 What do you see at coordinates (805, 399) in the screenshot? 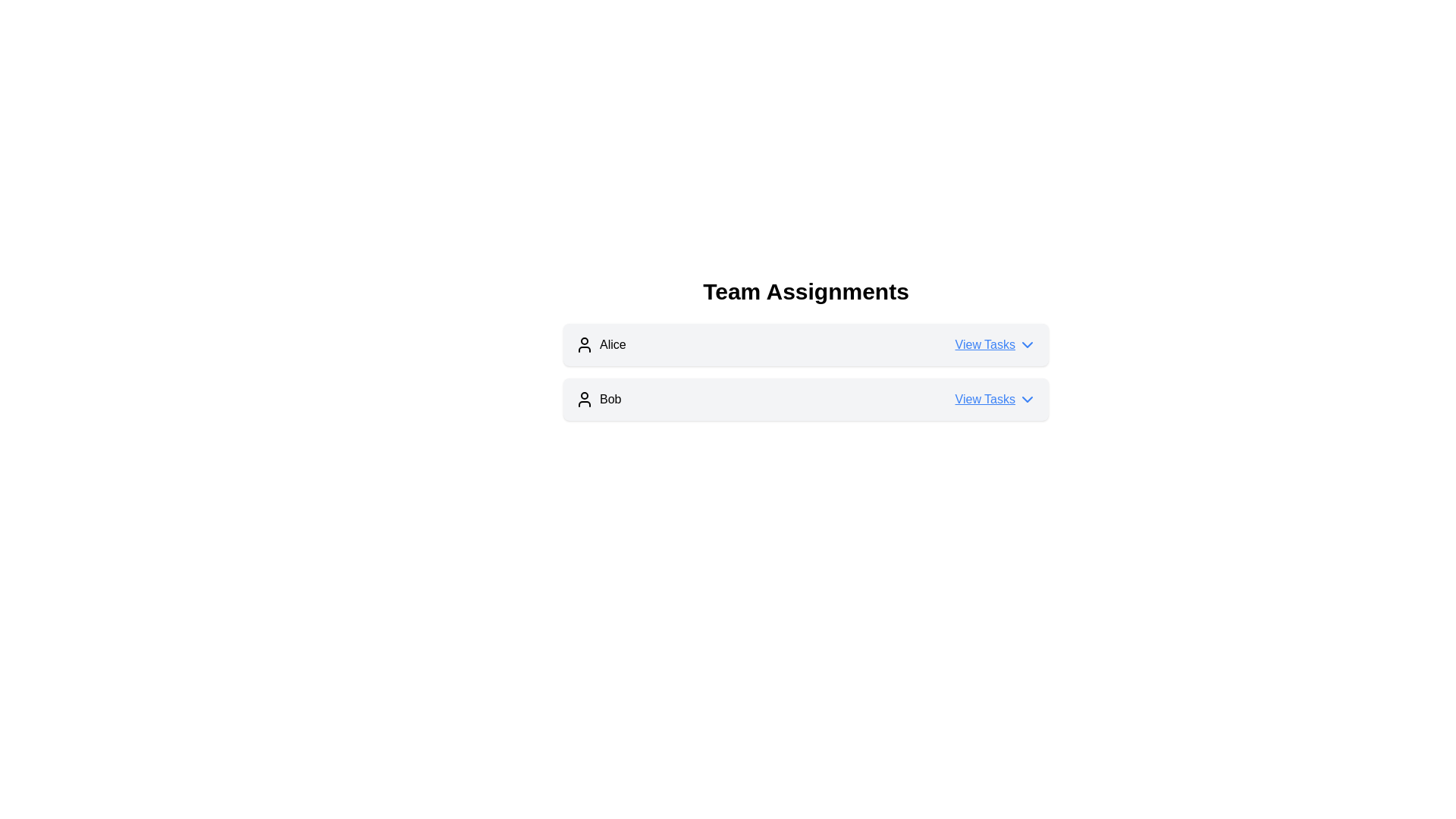
I see `the user assignment block card for 'Bob' that shows their name and provides a link to 'View Tasks', positioned below 'Alice' in the 'Team Assignments' section` at bounding box center [805, 399].